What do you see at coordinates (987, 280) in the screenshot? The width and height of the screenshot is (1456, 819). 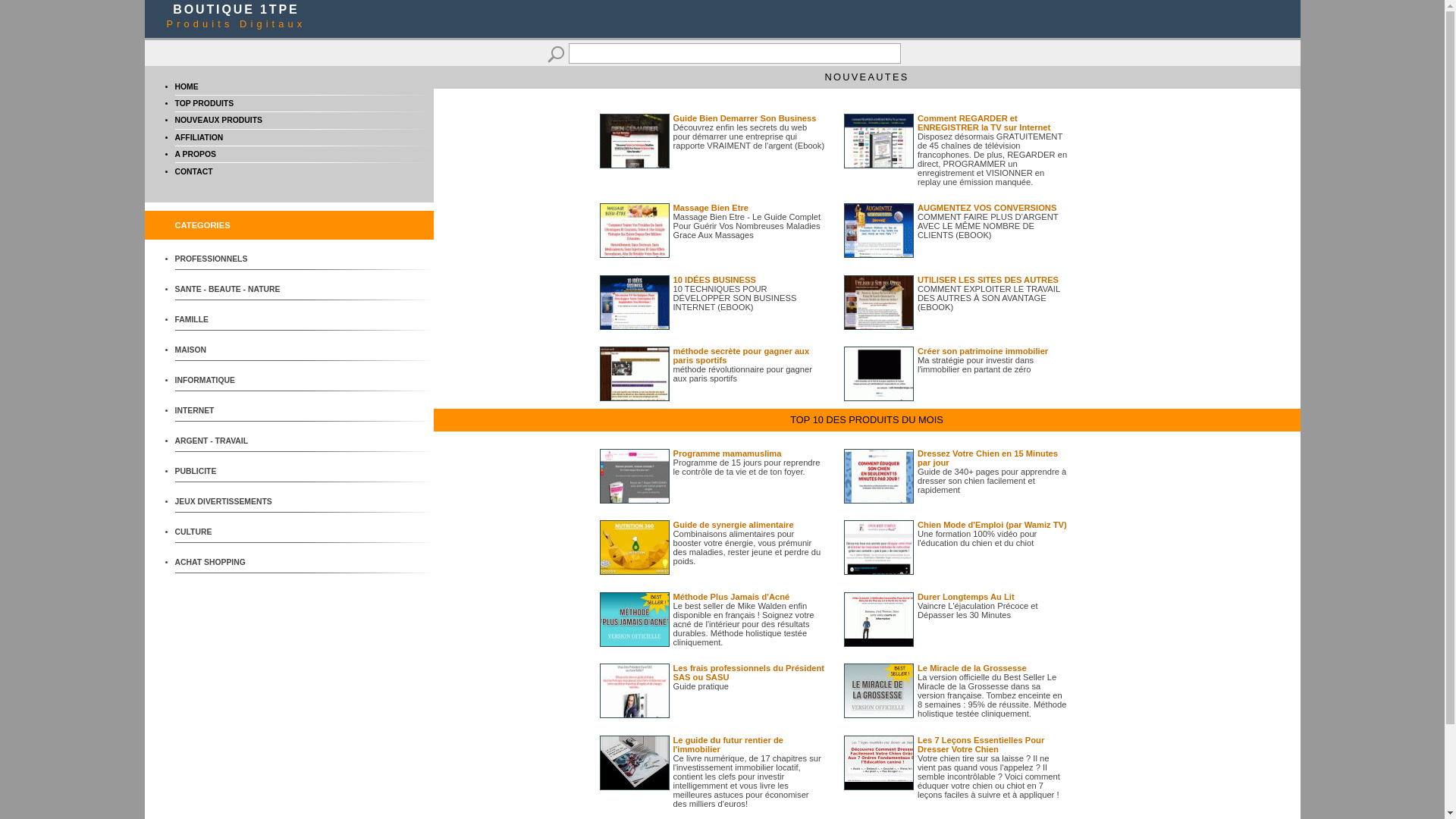 I see `'UTILISER LES SITES DES AUTRES'` at bounding box center [987, 280].